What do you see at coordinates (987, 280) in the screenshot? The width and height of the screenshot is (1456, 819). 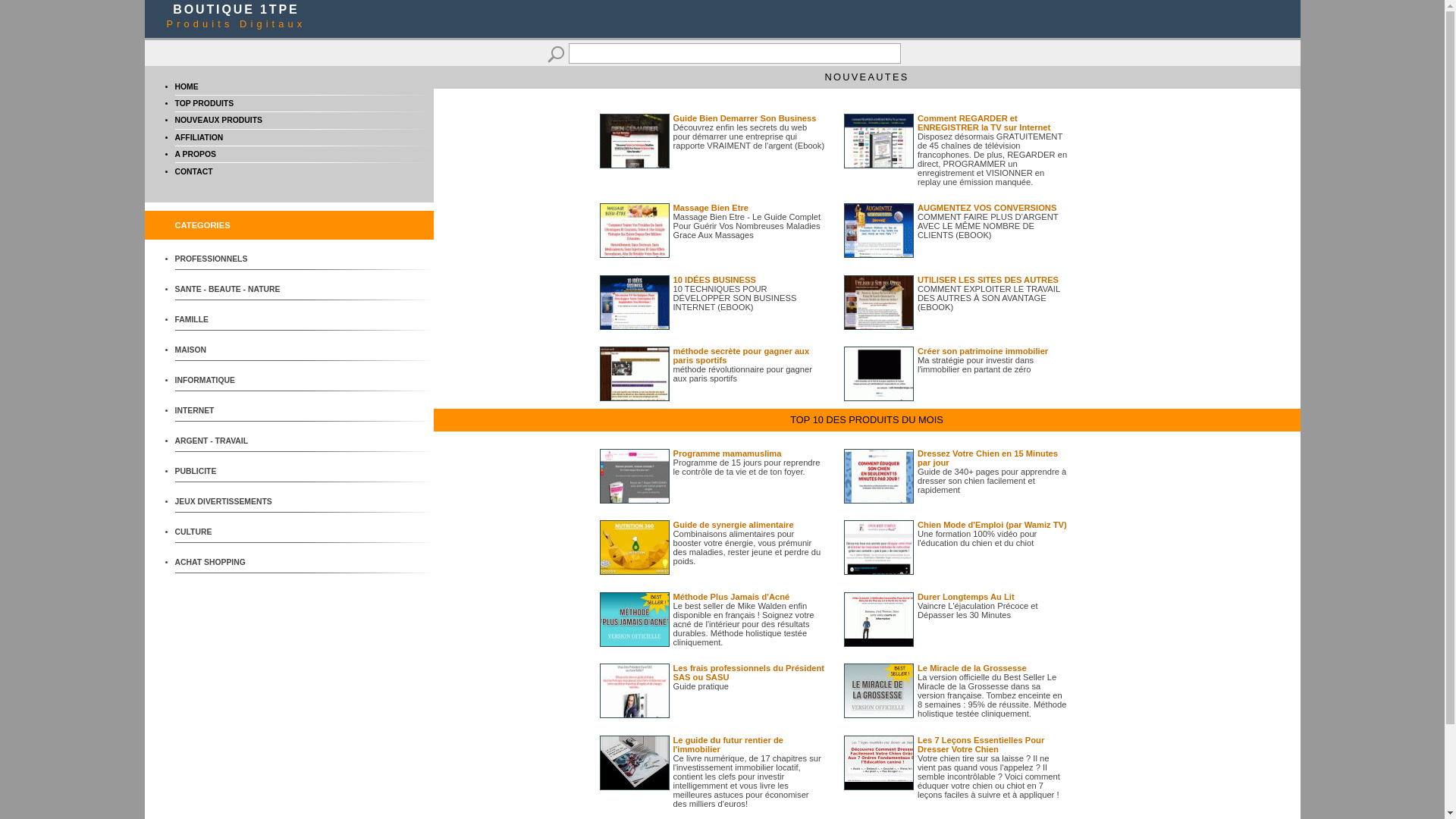 I see `'UTILISER LES SITES DES AUTRES'` at bounding box center [987, 280].